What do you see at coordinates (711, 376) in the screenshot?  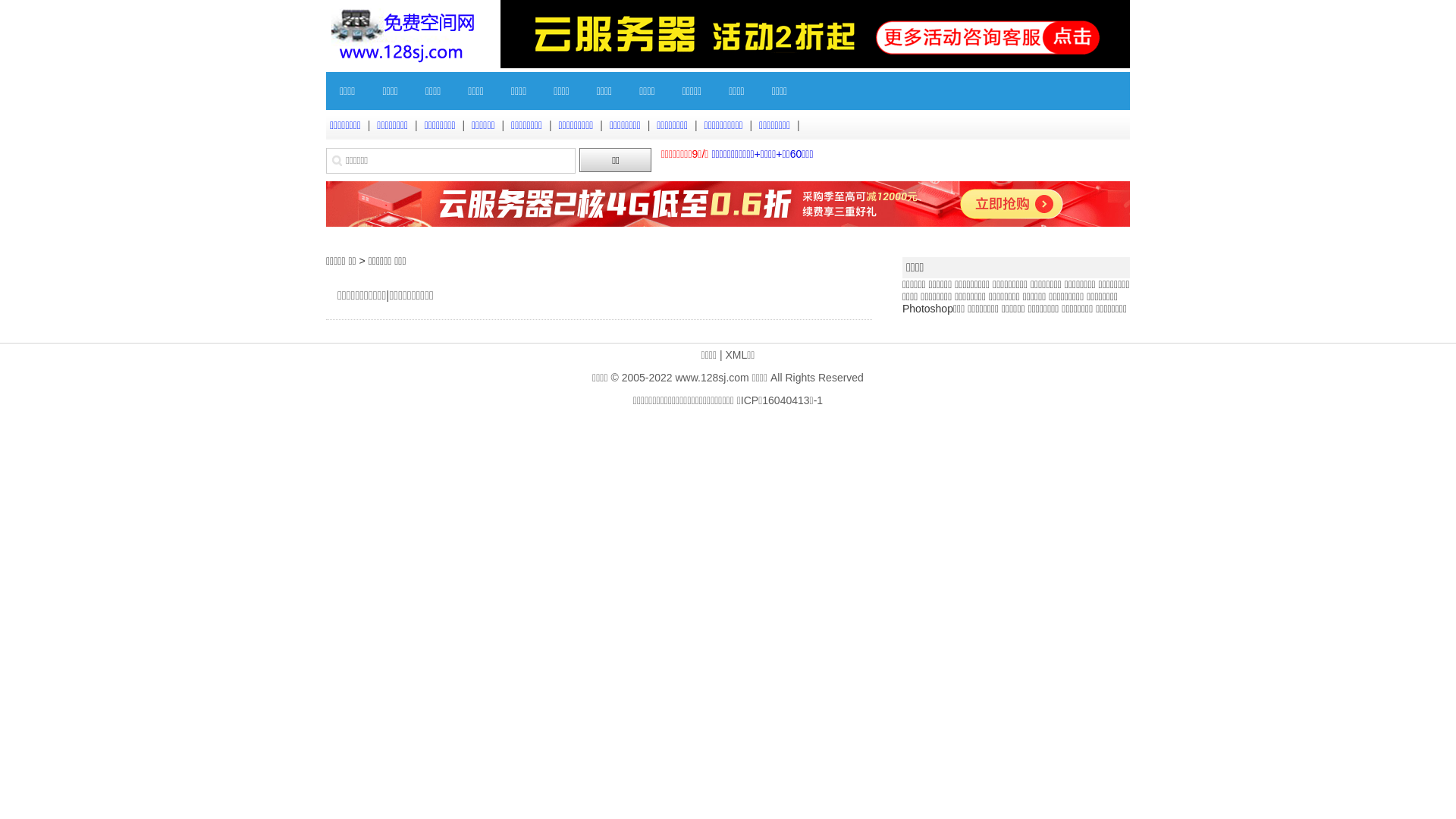 I see `'www.128sj.com'` at bounding box center [711, 376].